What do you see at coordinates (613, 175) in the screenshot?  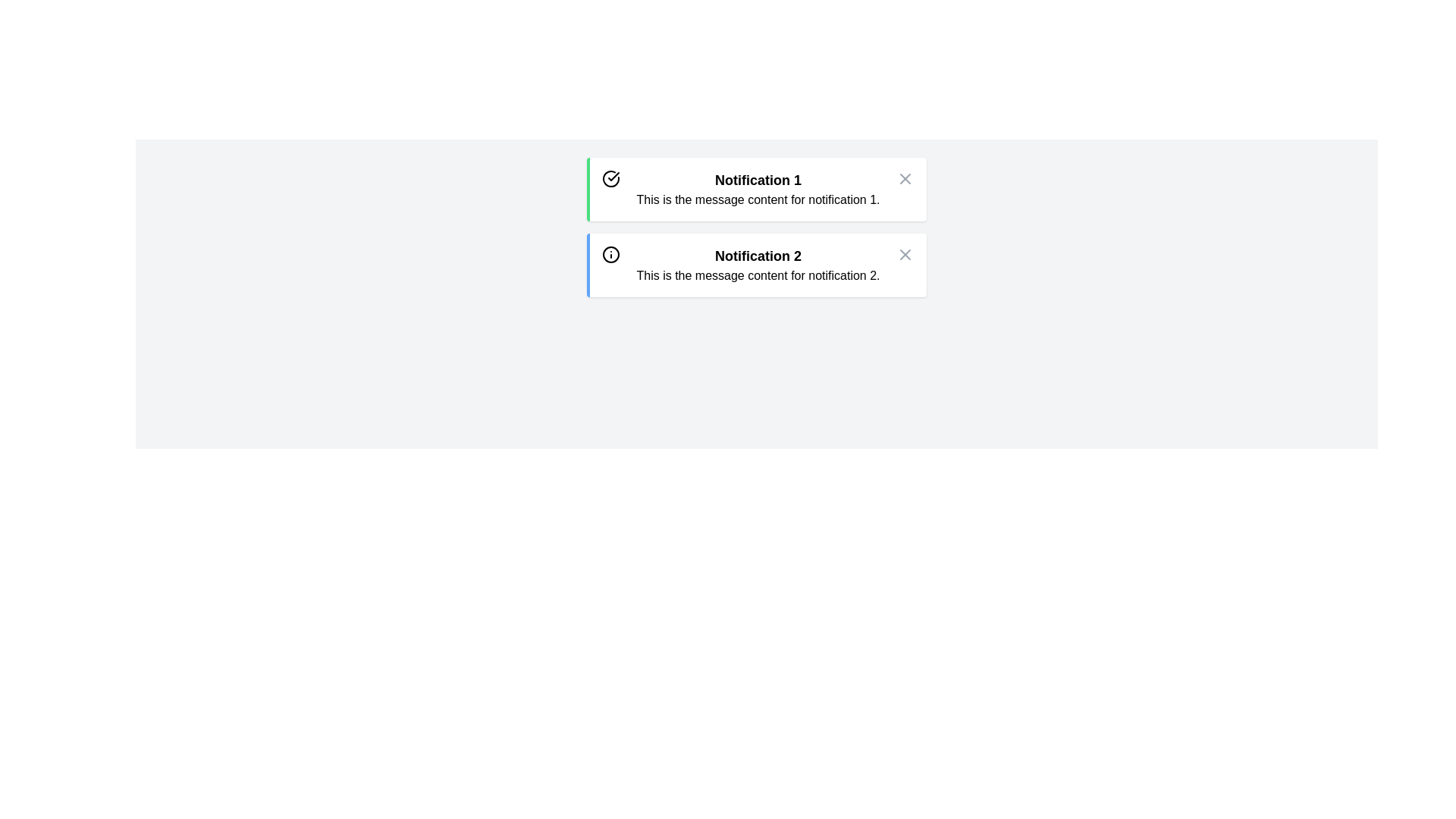 I see `the checkmark icon within the circular boundary of the 'Notification 1' component, located to the left side near the title text` at bounding box center [613, 175].